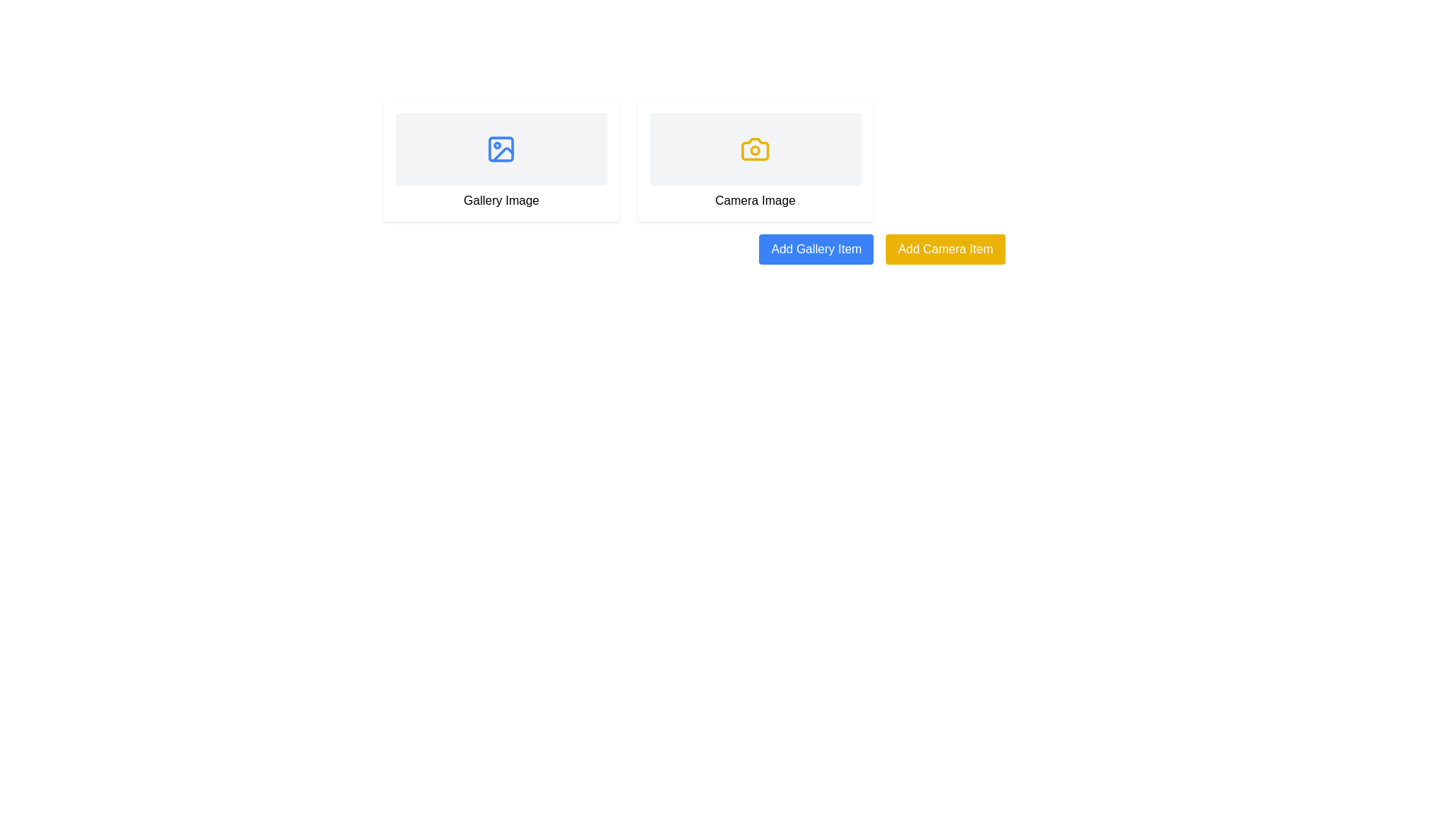 The height and width of the screenshot is (819, 1456). What do you see at coordinates (755, 150) in the screenshot?
I see `the lens representation within the camera icon, which is centrally positioned in the second panel labeled 'Camera Image'` at bounding box center [755, 150].